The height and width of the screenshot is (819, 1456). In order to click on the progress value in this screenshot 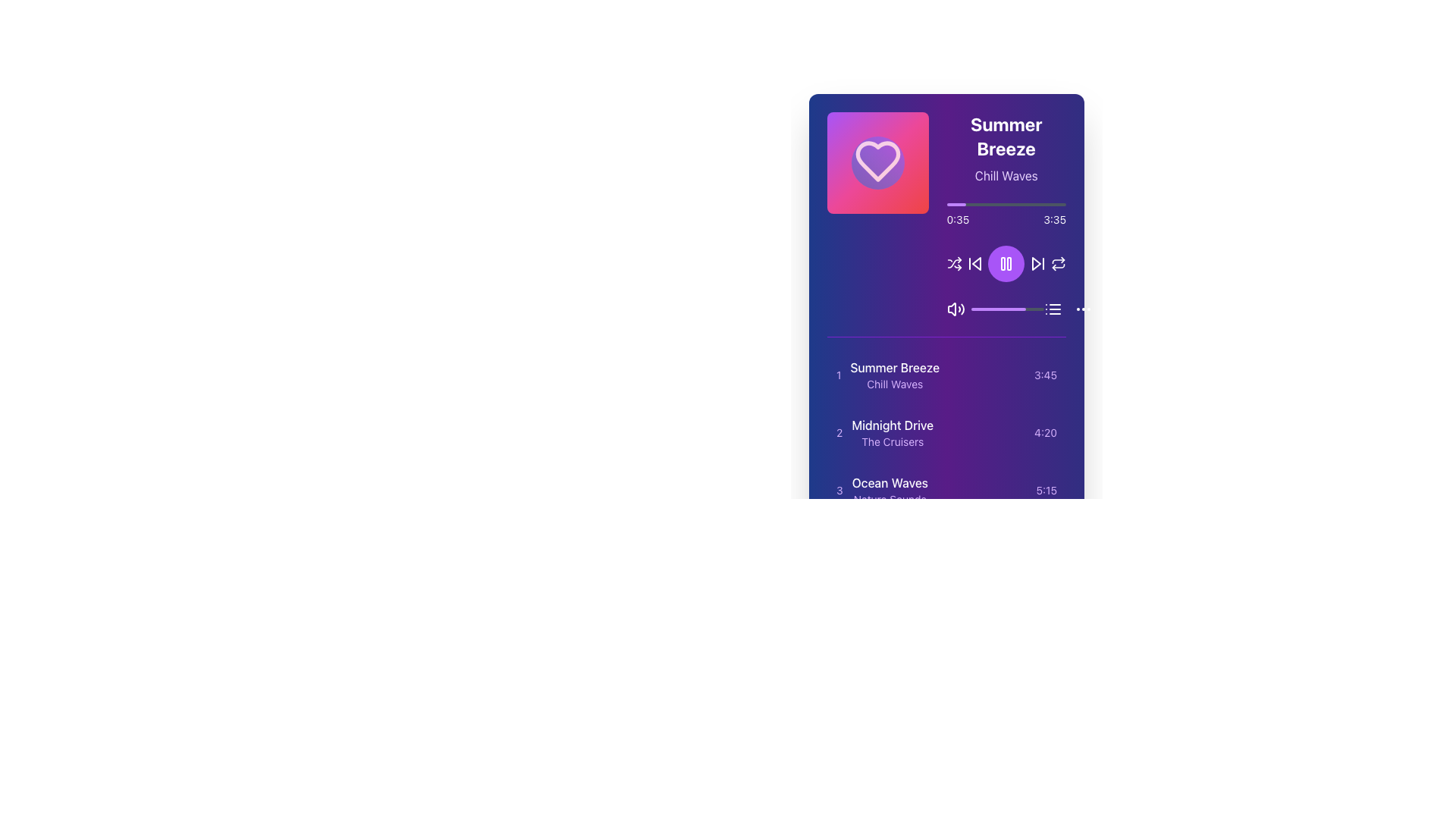, I will do `click(981, 309)`.